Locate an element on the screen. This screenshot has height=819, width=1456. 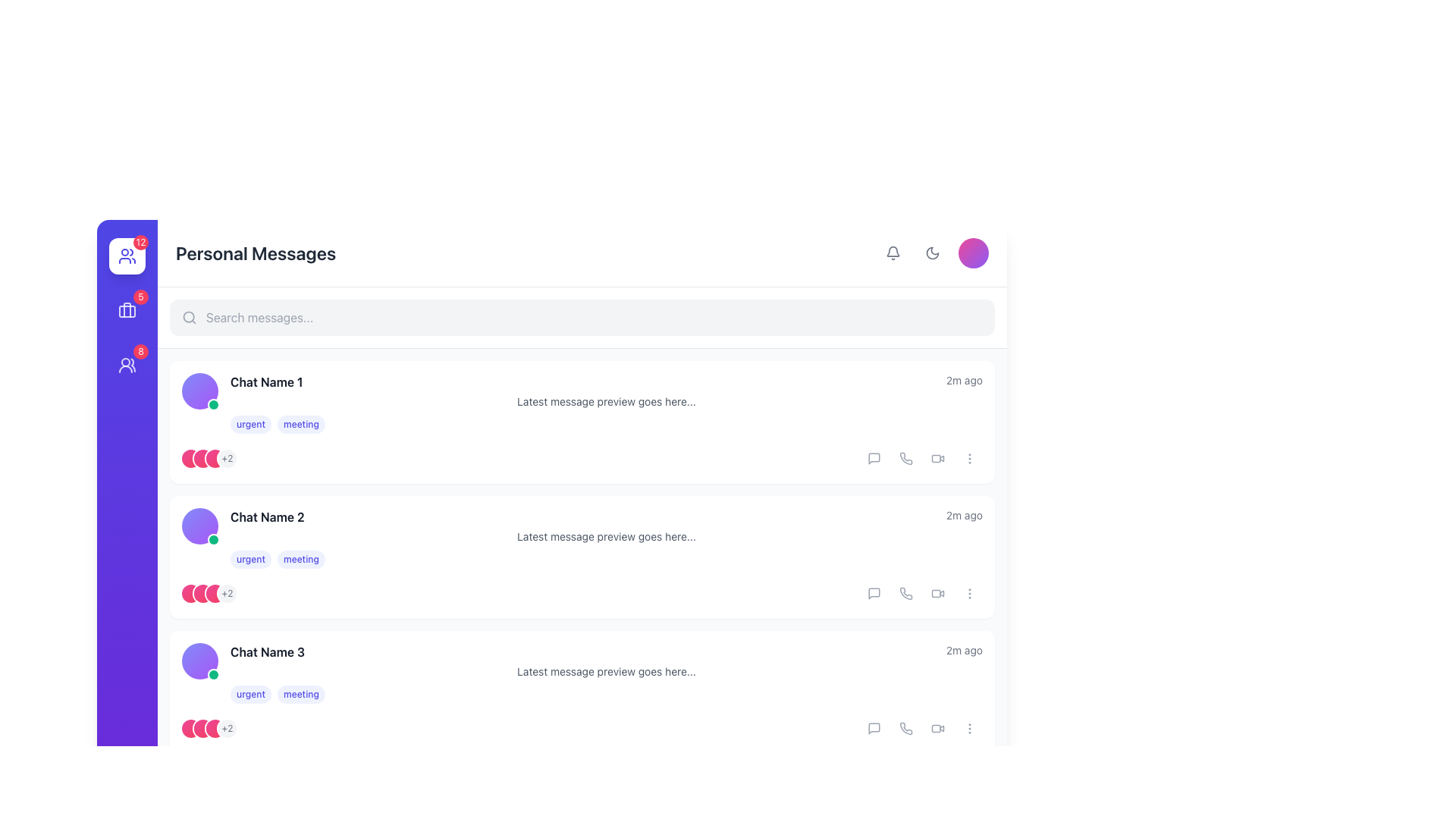
the Avatar icon, which is a small circular gradient-styled icon transitioning from pink to rose with a white ring outline, located as the third of four icons under 'Chat Name 3' is located at coordinates (214, 727).